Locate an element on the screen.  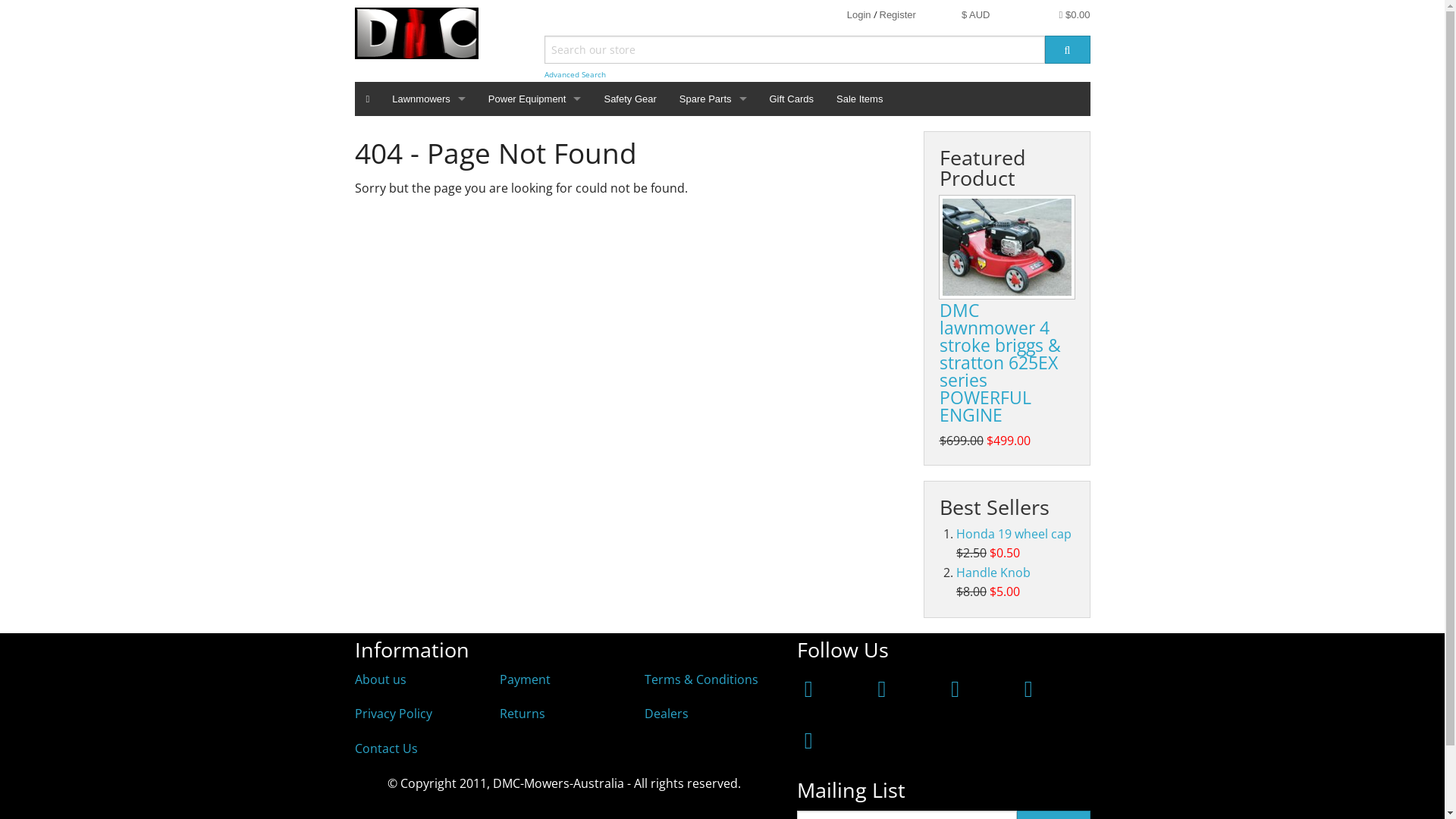
'Safety Gear' is located at coordinates (629, 99).